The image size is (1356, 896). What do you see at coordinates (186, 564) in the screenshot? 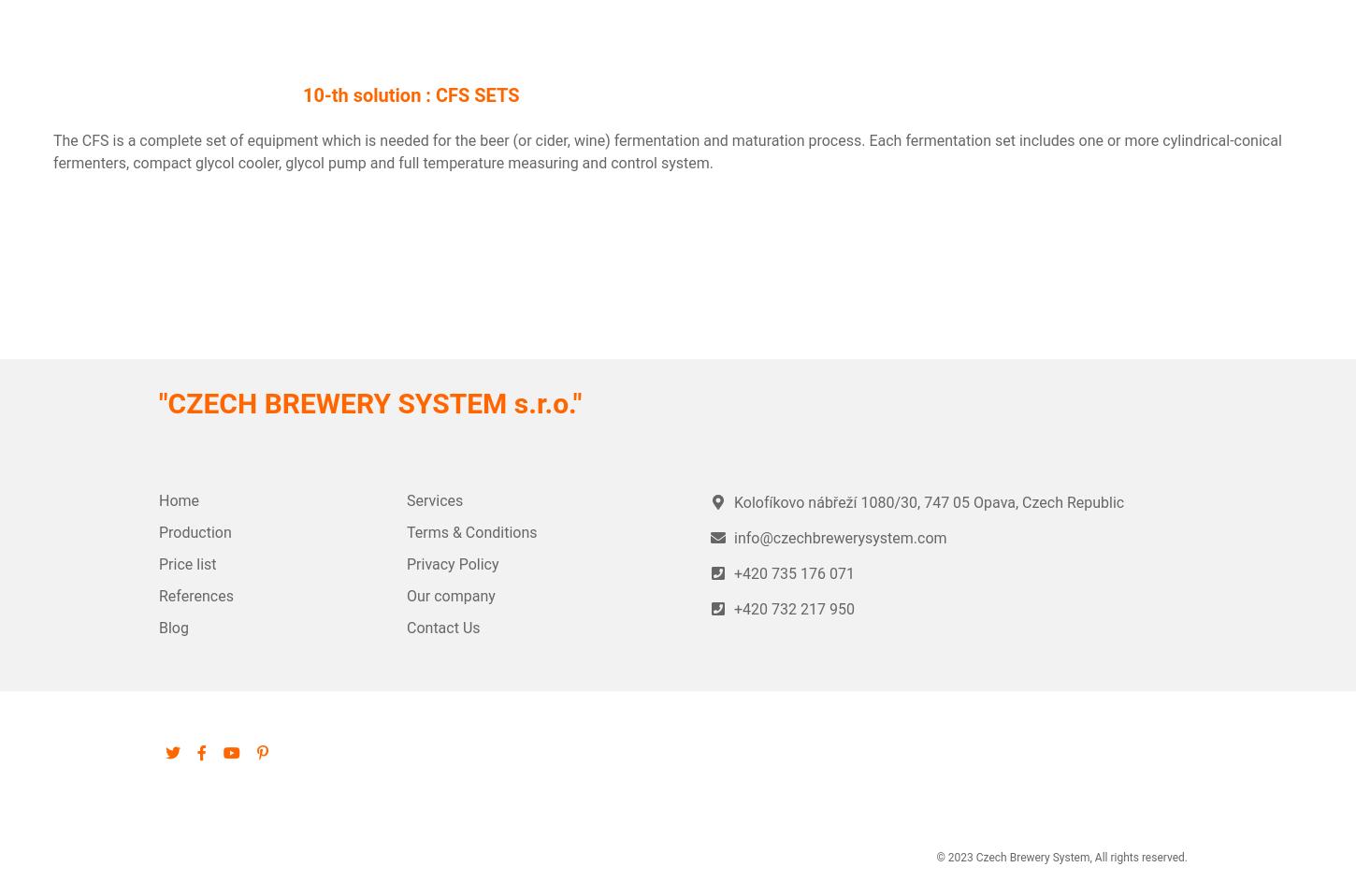
I see `'Price list'` at bounding box center [186, 564].